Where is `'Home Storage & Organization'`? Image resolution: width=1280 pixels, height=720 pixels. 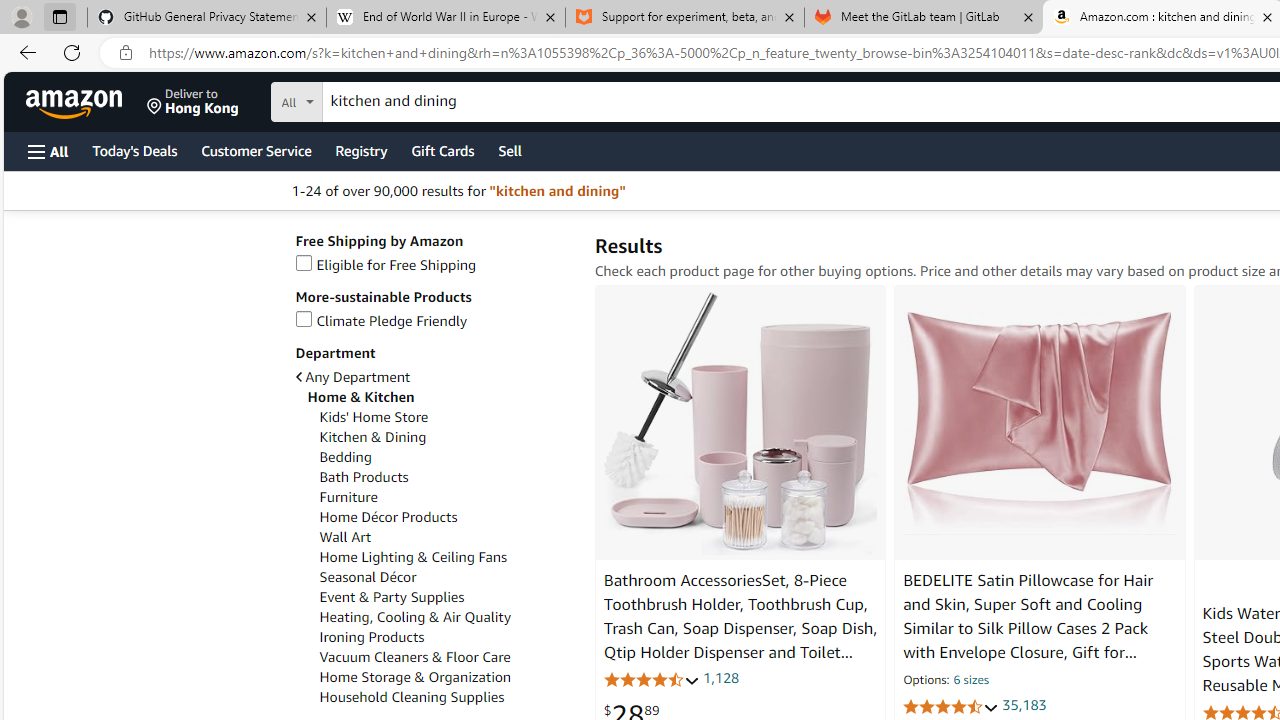 'Home Storage & Organization' is located at coordinates (414, 676).